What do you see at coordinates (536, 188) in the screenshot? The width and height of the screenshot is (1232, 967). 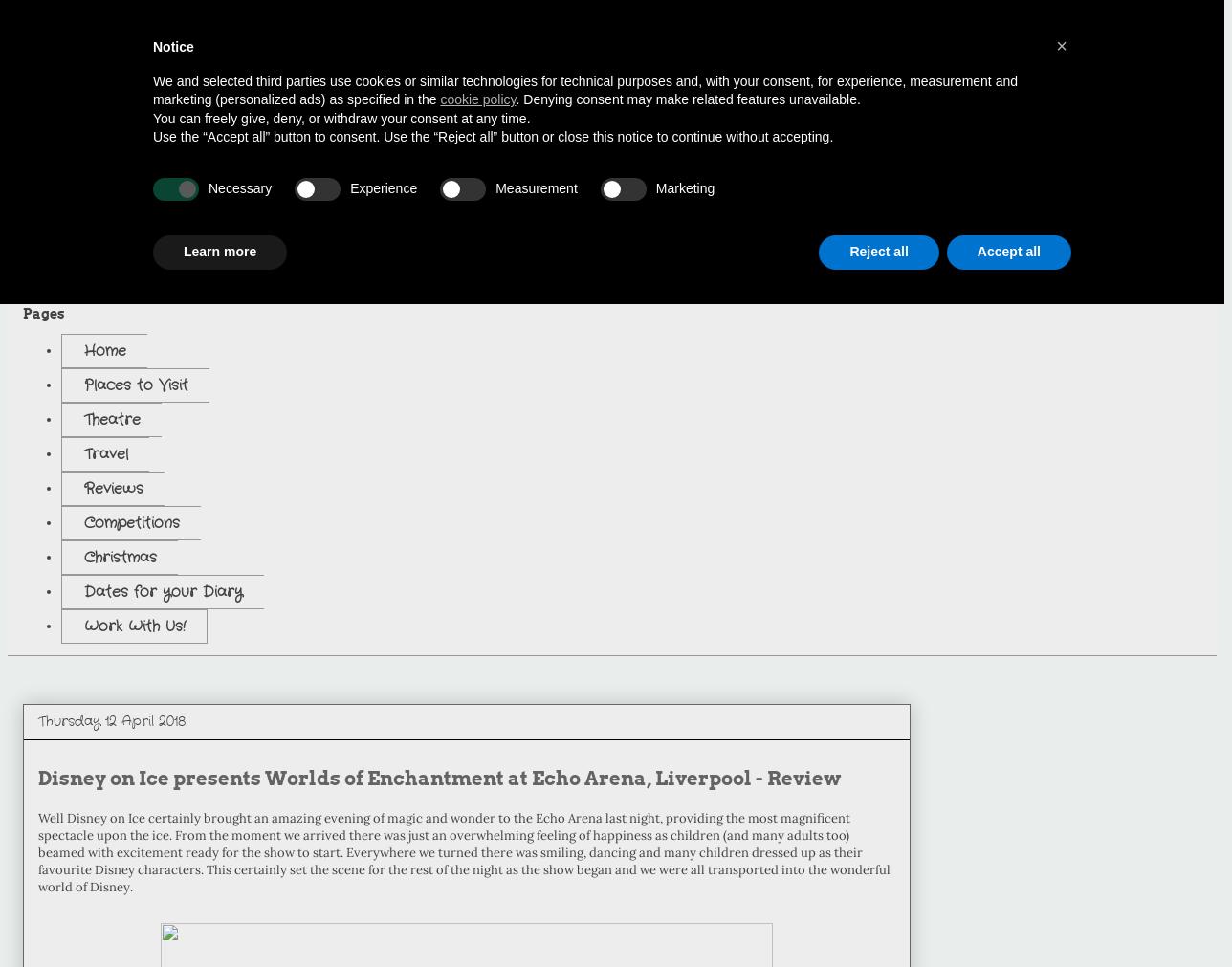 I see `'Measurement'` at bounding box center [536, 188].